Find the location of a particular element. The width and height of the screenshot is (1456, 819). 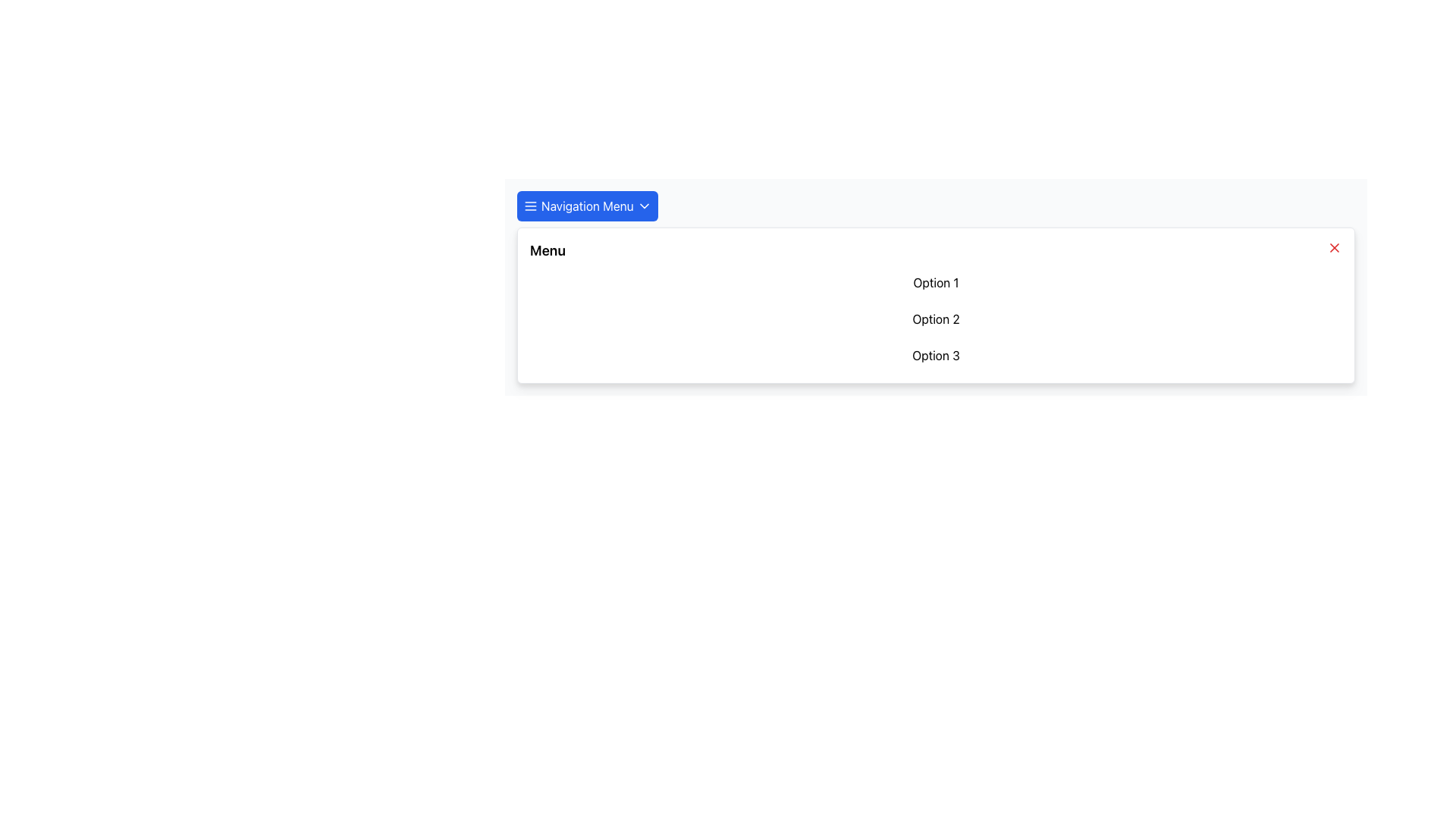

the downward-pointing Chevron Icon (Indicator) next to the 'Navigation Menu' text is located at coordinates (644, 206).